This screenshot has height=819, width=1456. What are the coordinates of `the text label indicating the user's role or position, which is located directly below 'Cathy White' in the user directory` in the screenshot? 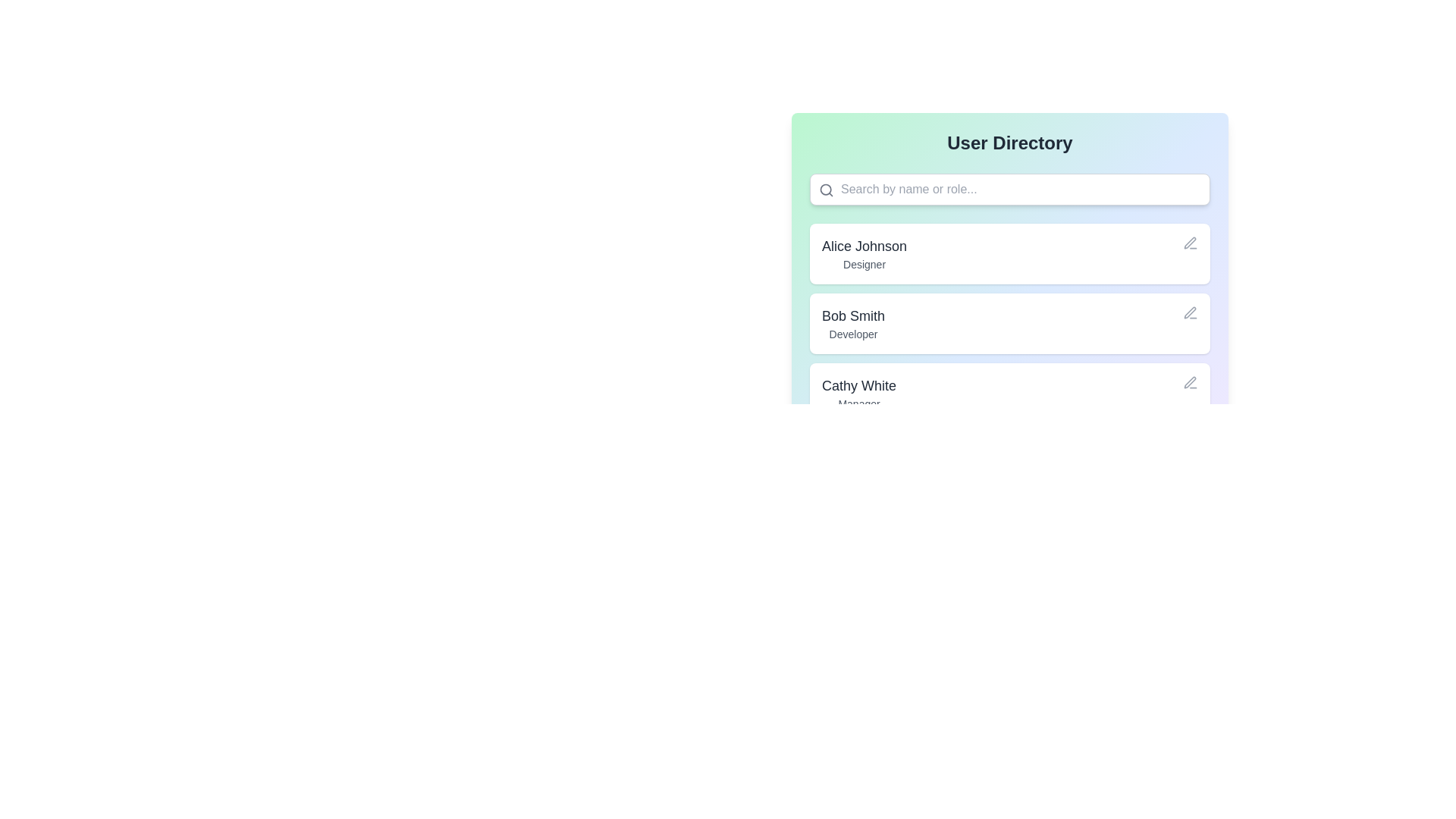 It's located at (858, 403).